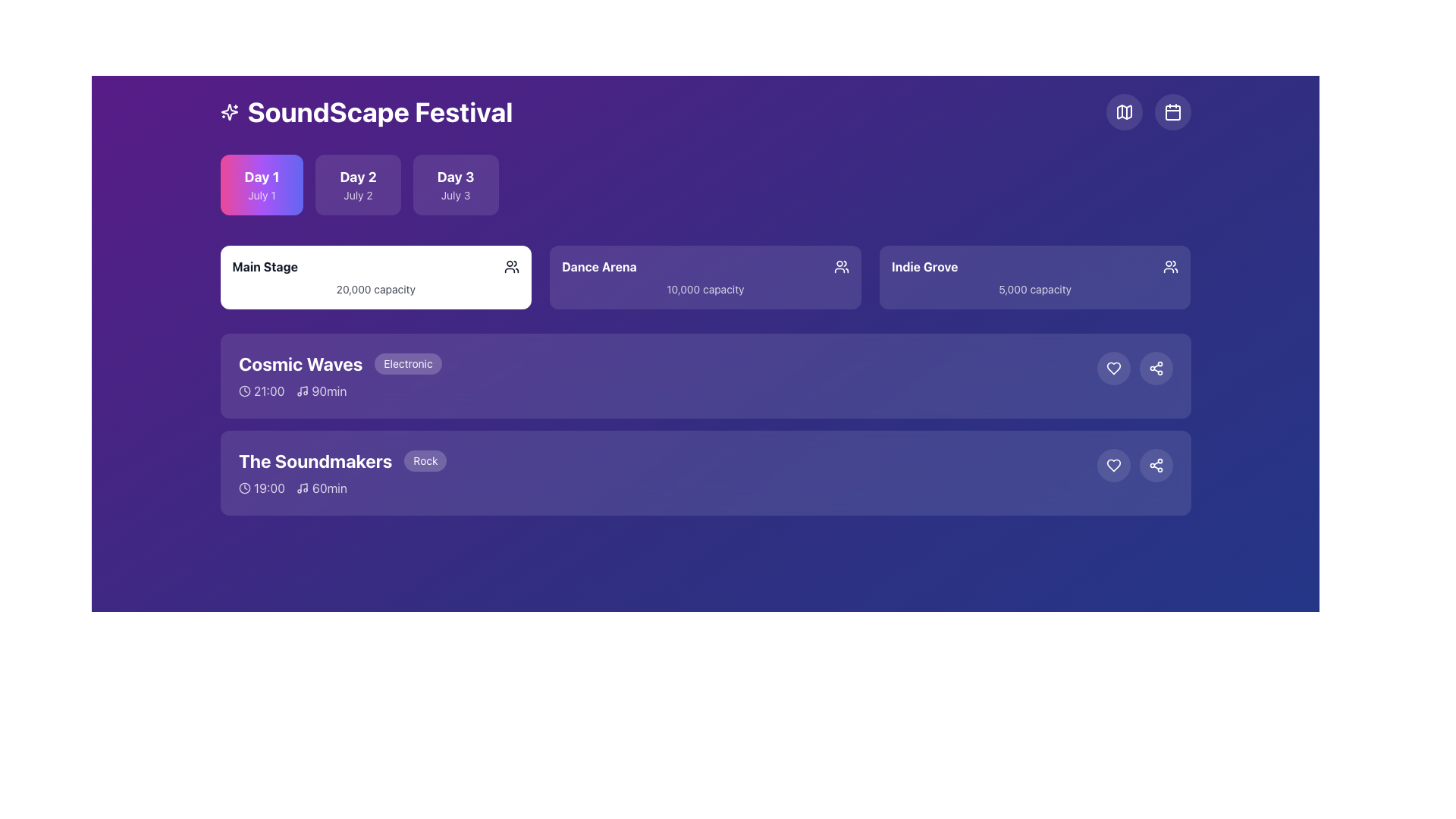 This screenshot has width=1456, height=819. What do you see at coordinates (300, 363) in the screenshot?
I see `the text label or heading that describes the event titled 'Cosmic Waves', which is located below the 'Main Stage' section and to the left of the 'Electronic' label` at bounding box center [300, 363].